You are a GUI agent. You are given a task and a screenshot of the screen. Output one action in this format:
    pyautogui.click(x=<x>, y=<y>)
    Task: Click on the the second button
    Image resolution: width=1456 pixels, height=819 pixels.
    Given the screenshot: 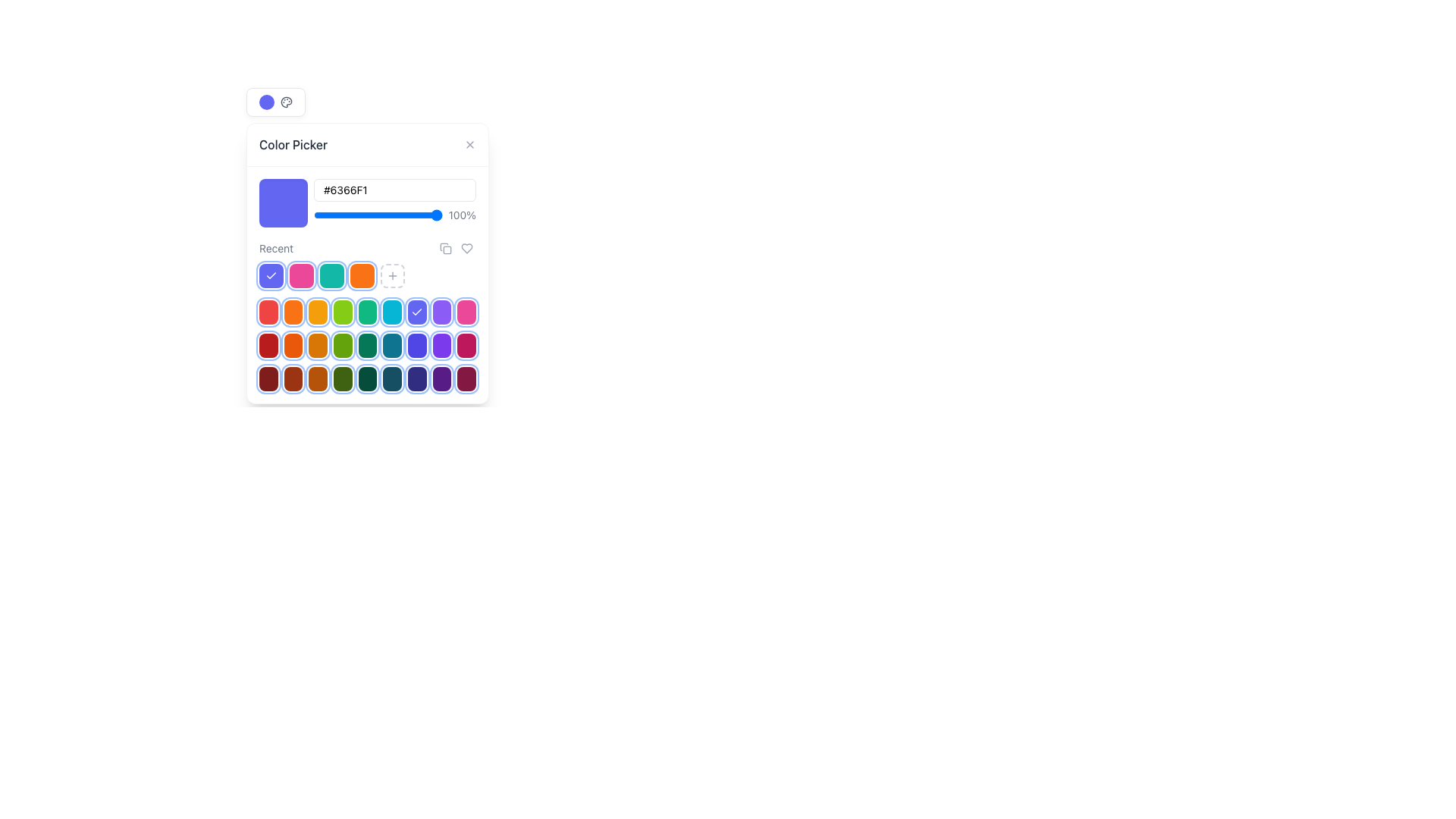 What is the action you would take?
    pyautogui.click(x=466, y=247)
    